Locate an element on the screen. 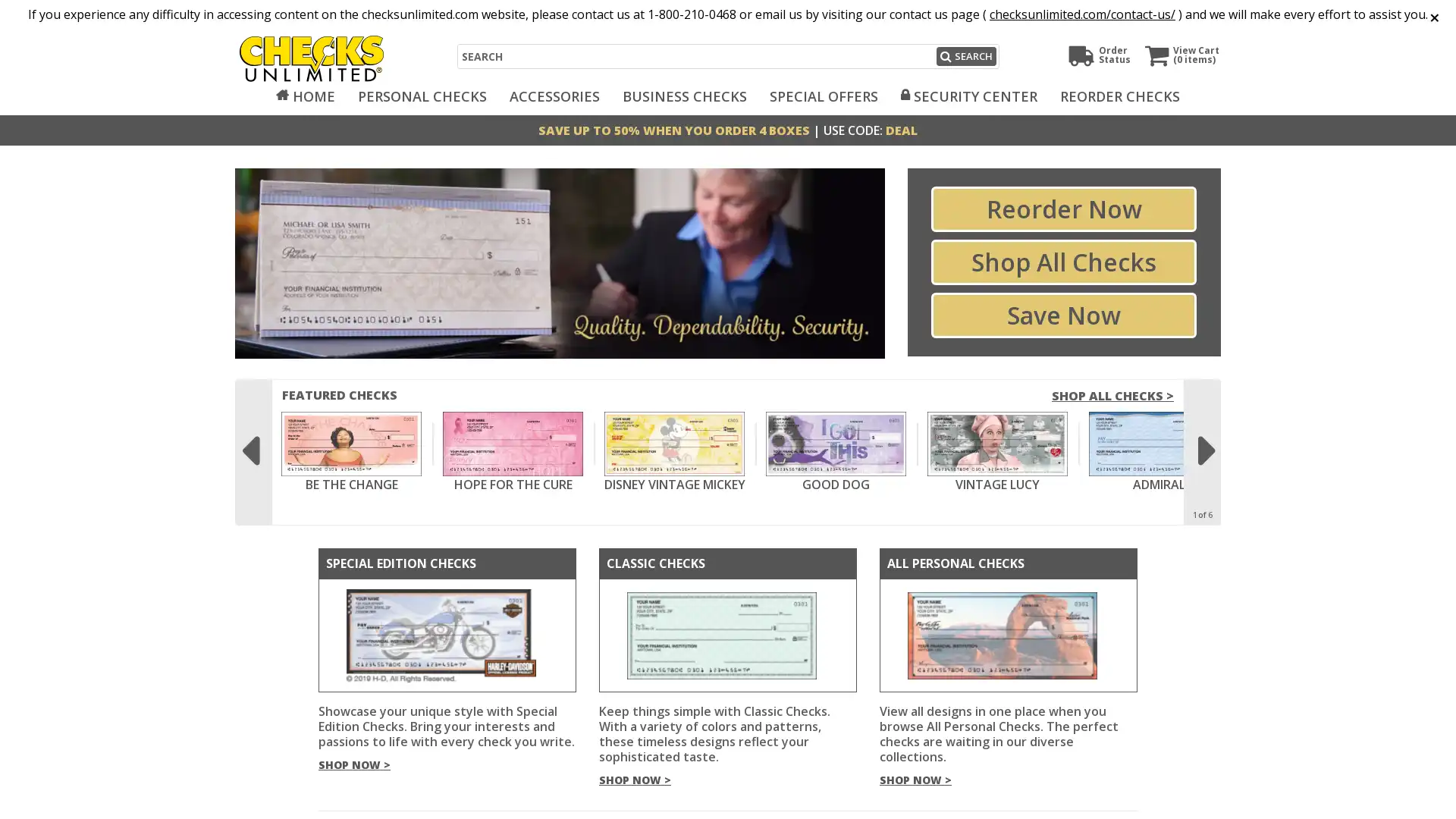  SEARCH is located at coordinates (965, 55).